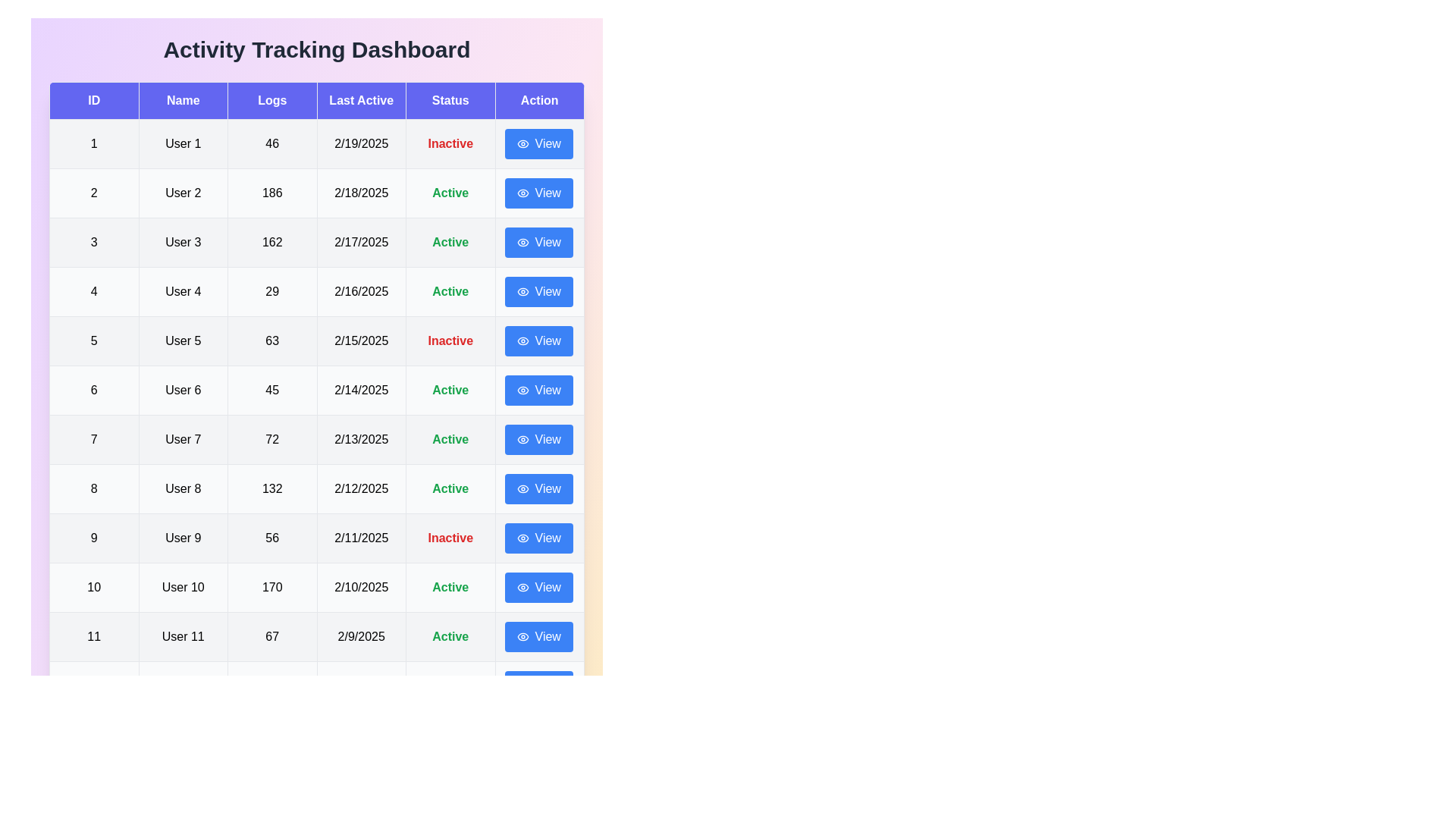 The width and height of the screenshot is (1456, 819). I want to click on the table headers to inspect their content, so click(315, 100).